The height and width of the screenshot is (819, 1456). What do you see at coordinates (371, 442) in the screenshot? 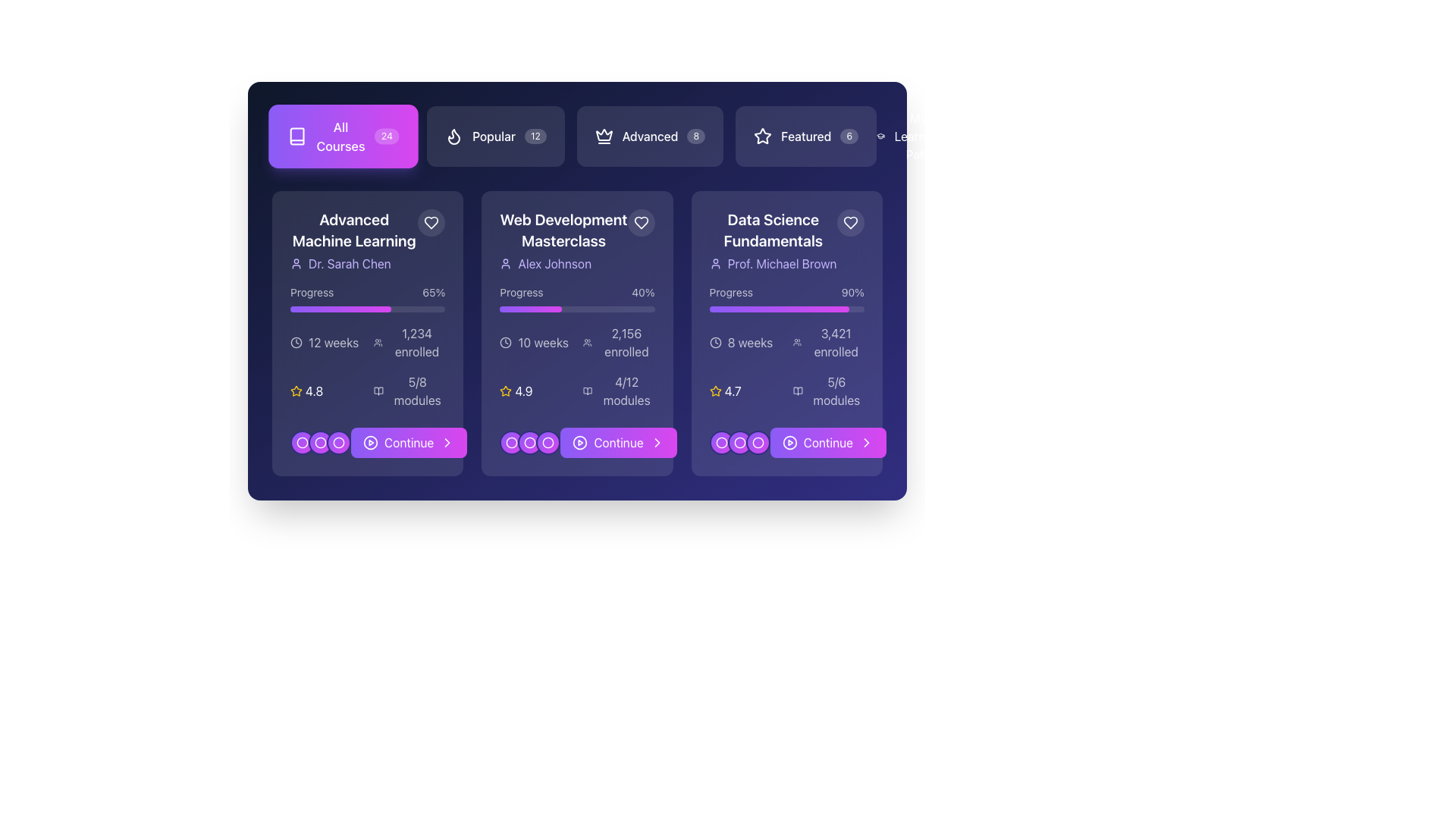
I see `the Decorative SVG circle that represents a play or action icon within the 'Continue' button of the 'Advanced Machine Learning' course card, located at the bottom left of the component` at bounding box center [371, 442].